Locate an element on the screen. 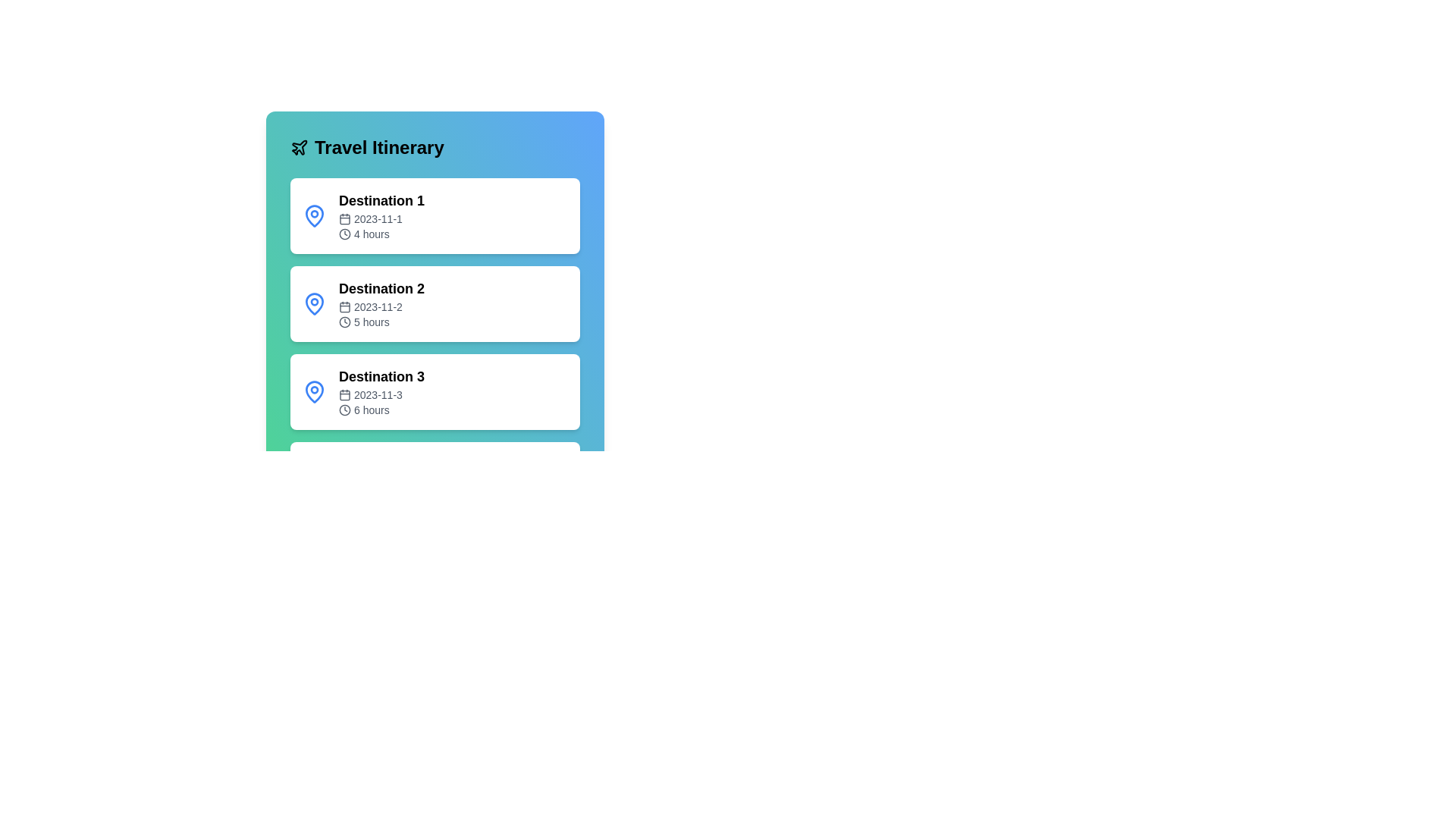 The width and height of the screenshot is (1456, 819). the blue map pin icon located to the left of the 'Destination 1' text in the first destination card of the travel itinerary interface is located at coordinates (313, 216).